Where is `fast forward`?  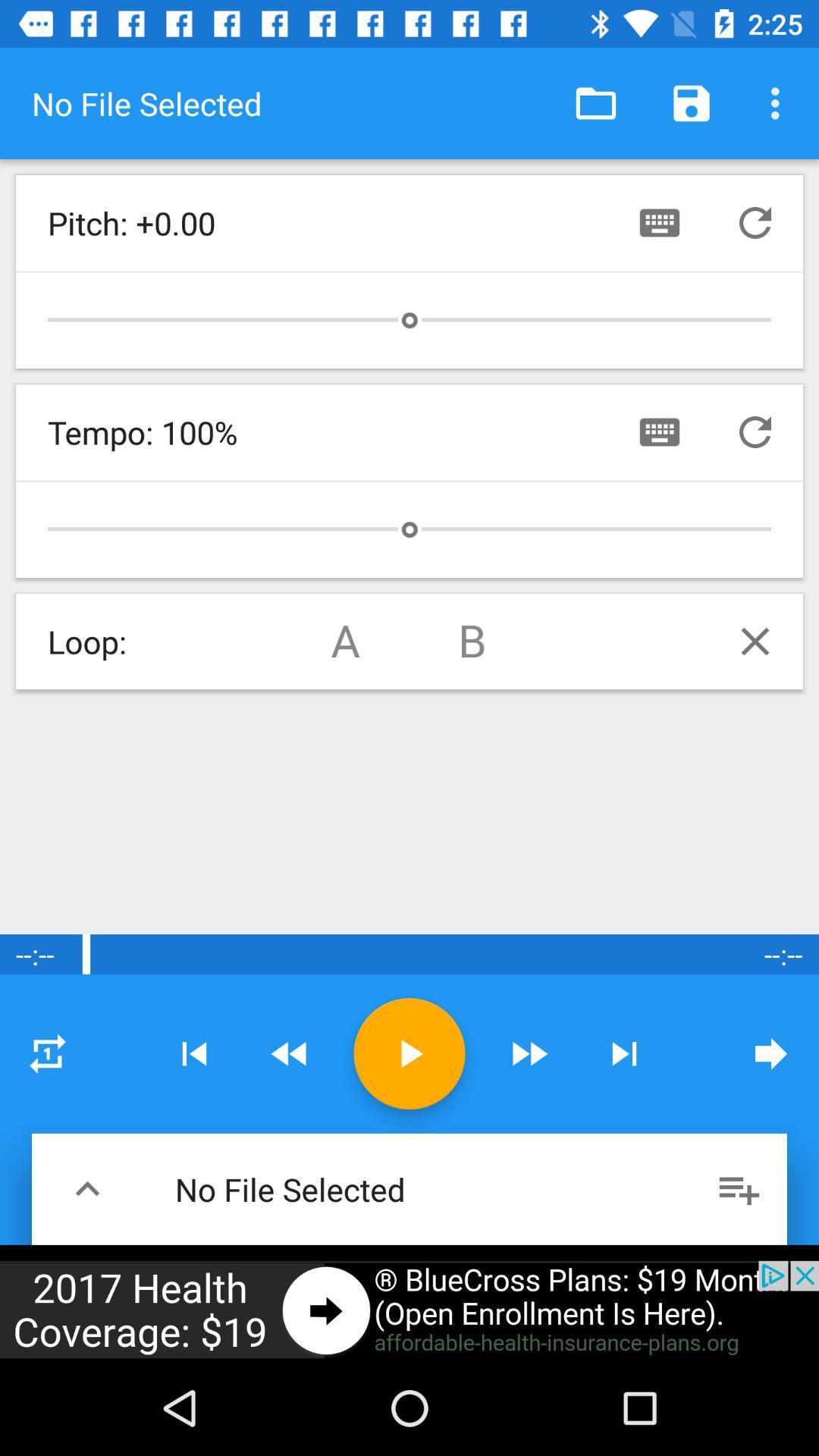
fast forward is located at coordinates (528, 1053).